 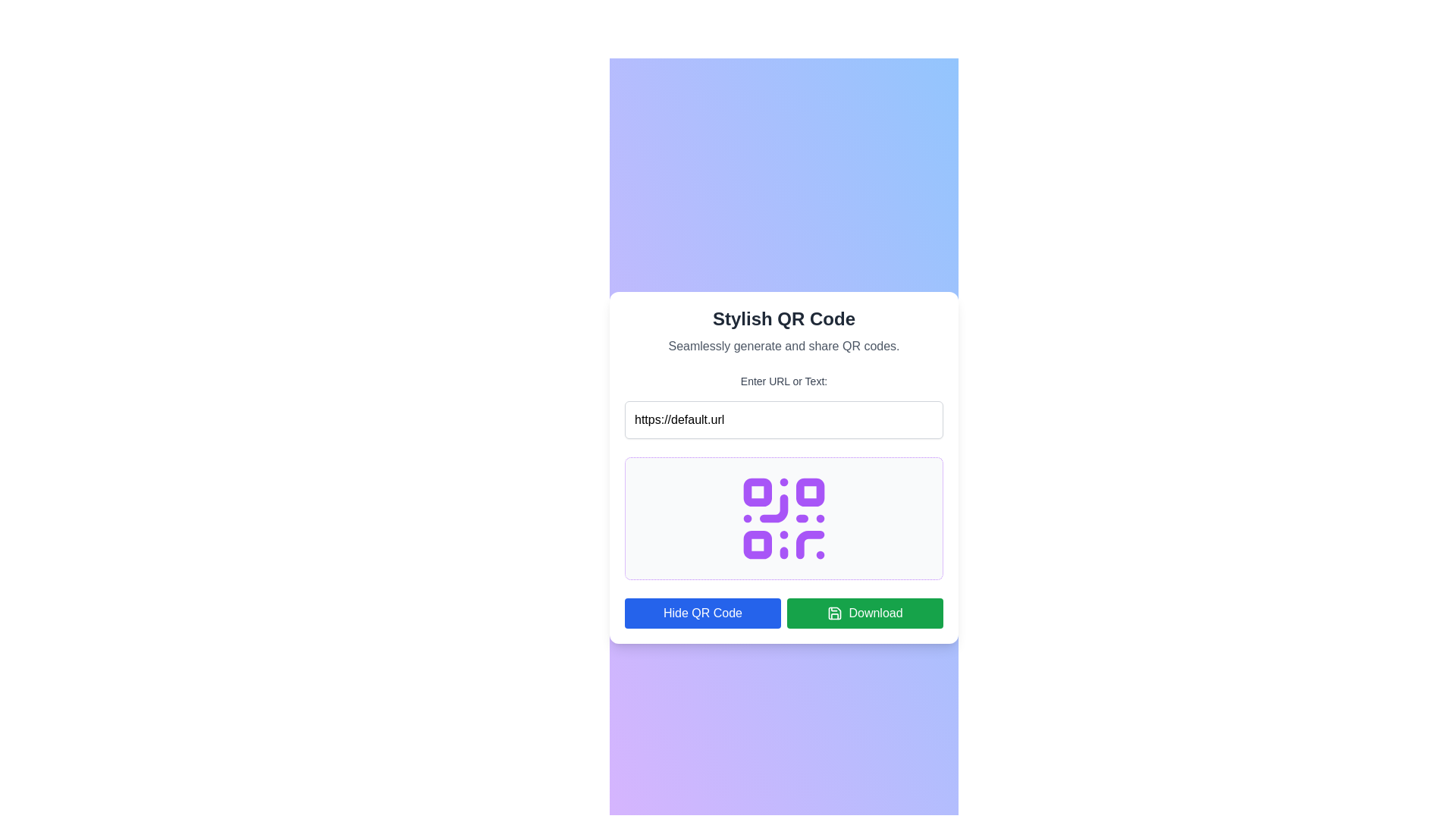 I want to click on the text label 'Enter URL or Text:', so click(x=783, y=380).